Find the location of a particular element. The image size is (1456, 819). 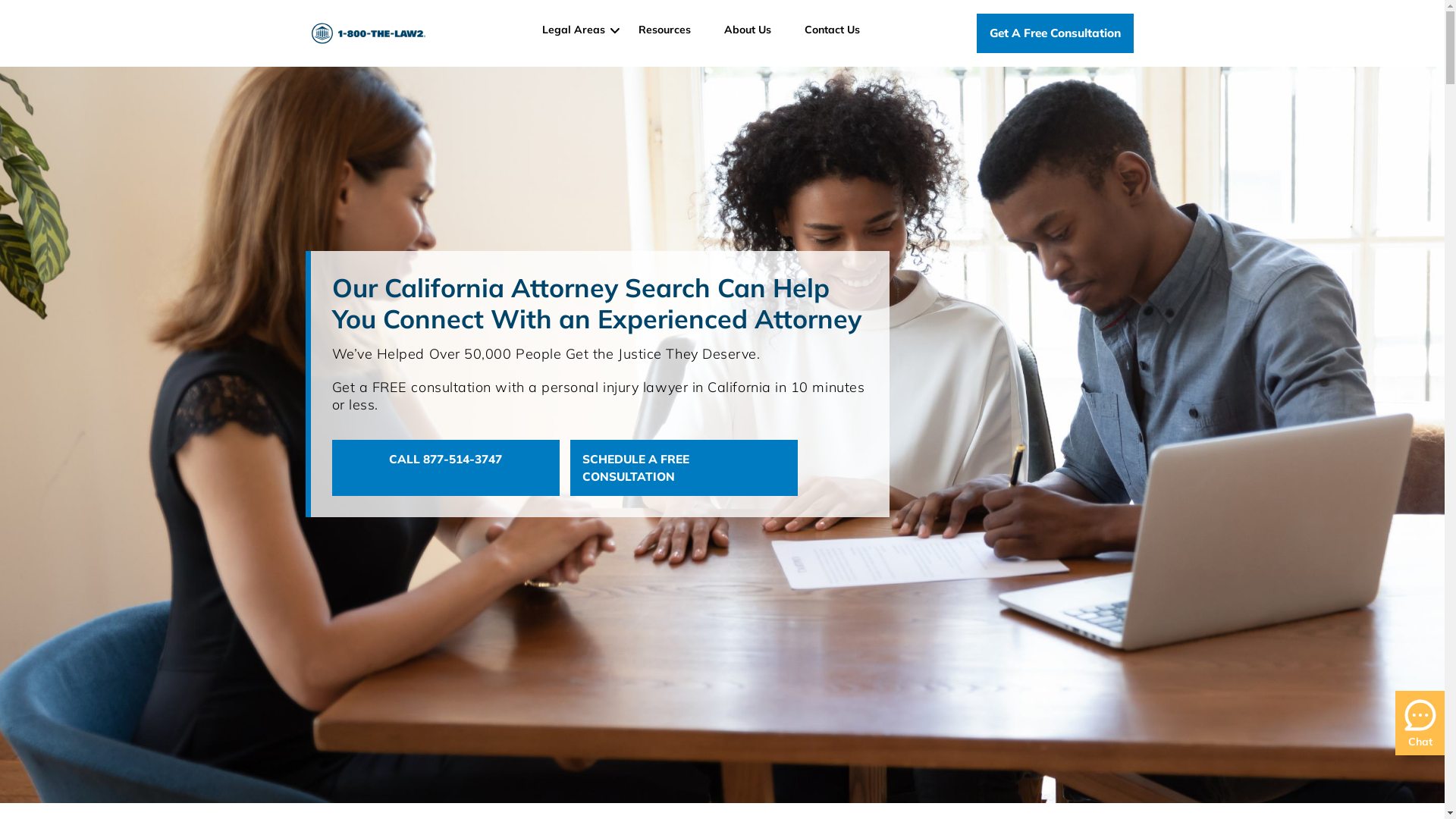

'Get A Free Consultation' is located at coordinates (976, 33).